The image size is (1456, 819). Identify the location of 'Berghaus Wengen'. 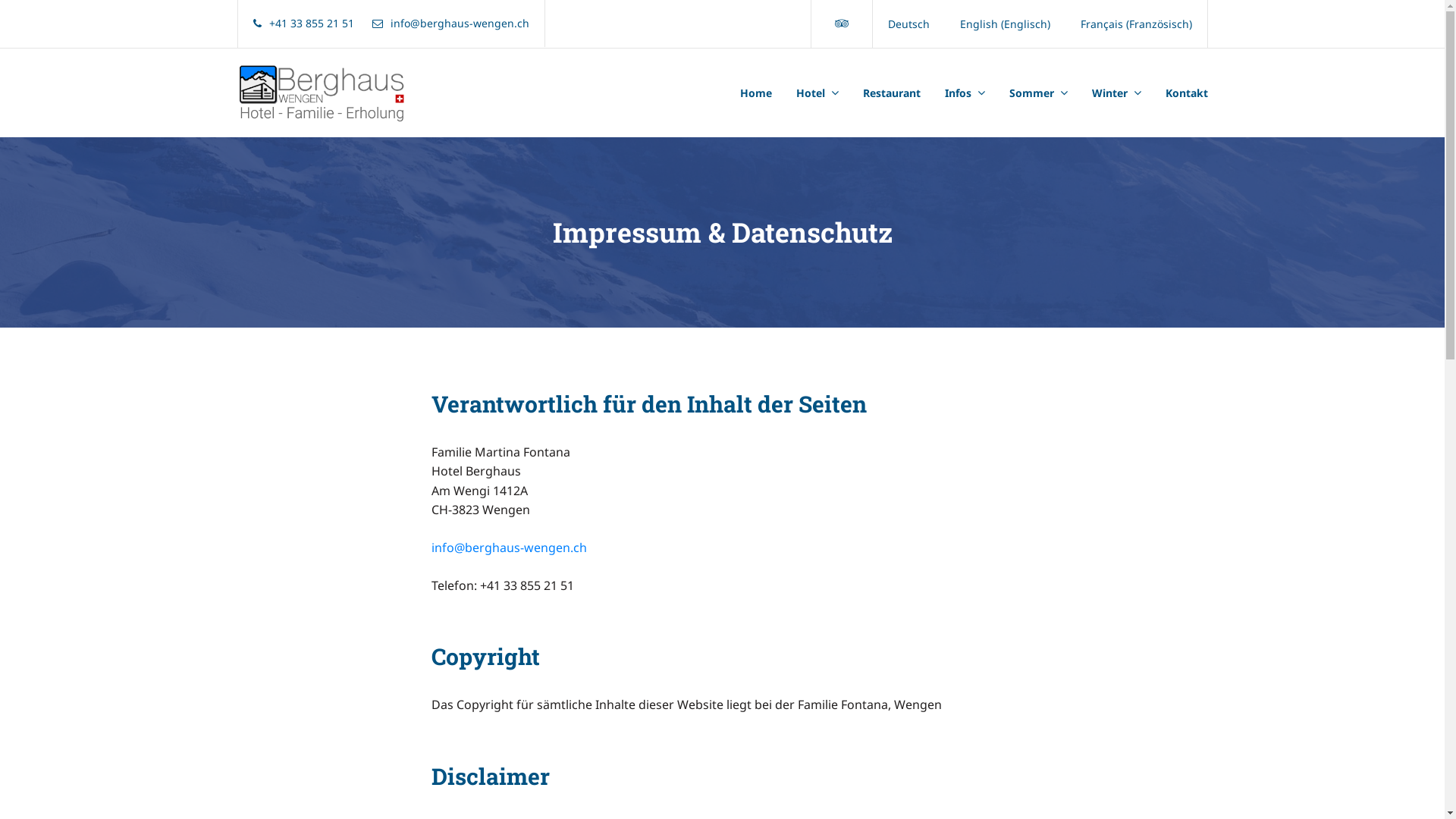
(315, 93).